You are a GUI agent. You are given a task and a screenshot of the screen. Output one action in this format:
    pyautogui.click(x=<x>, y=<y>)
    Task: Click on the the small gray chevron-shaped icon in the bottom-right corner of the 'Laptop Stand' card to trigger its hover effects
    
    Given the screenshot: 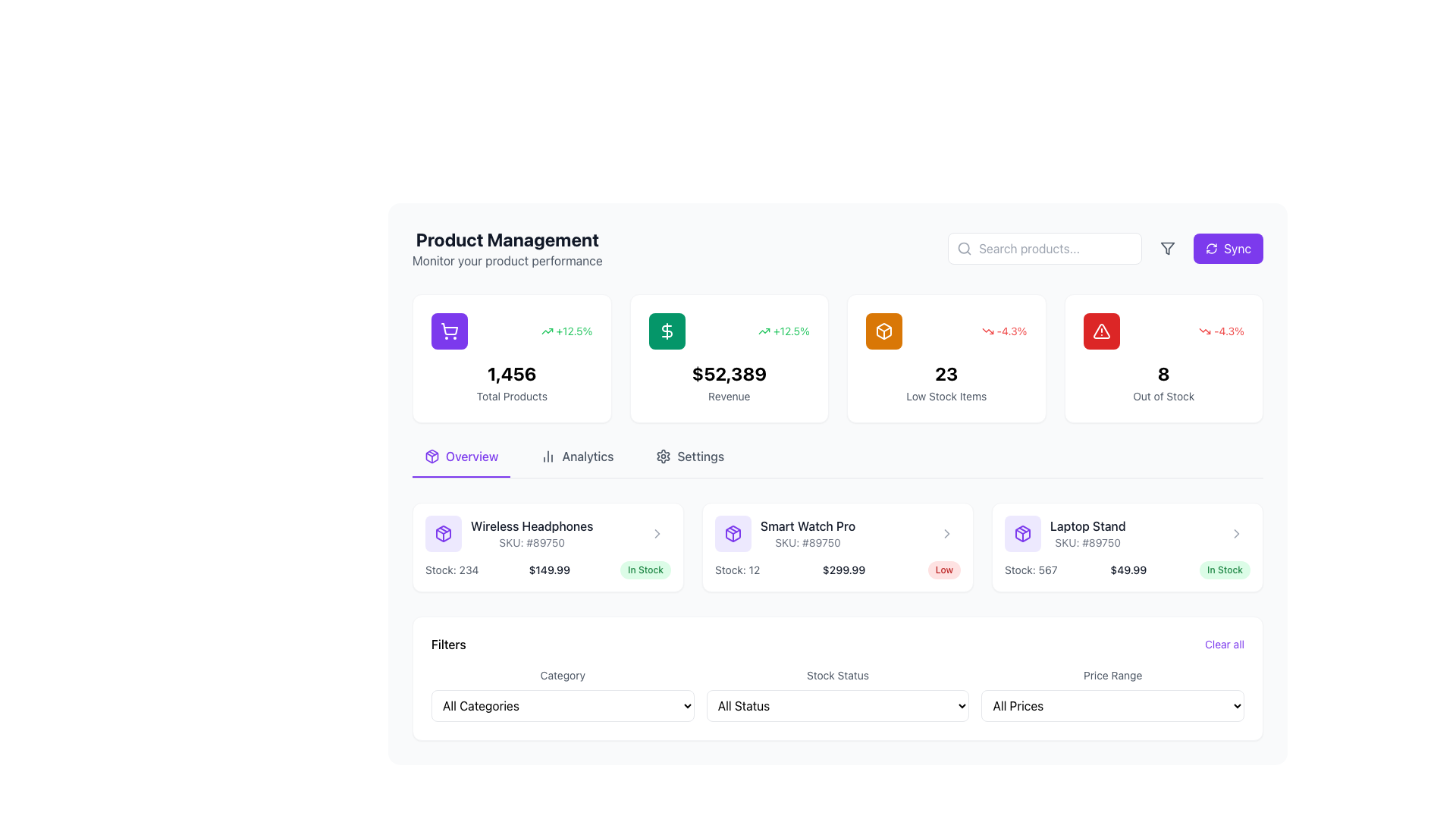 What is the action you would take?
    pyautogui.click(x=1237, y=533)
    